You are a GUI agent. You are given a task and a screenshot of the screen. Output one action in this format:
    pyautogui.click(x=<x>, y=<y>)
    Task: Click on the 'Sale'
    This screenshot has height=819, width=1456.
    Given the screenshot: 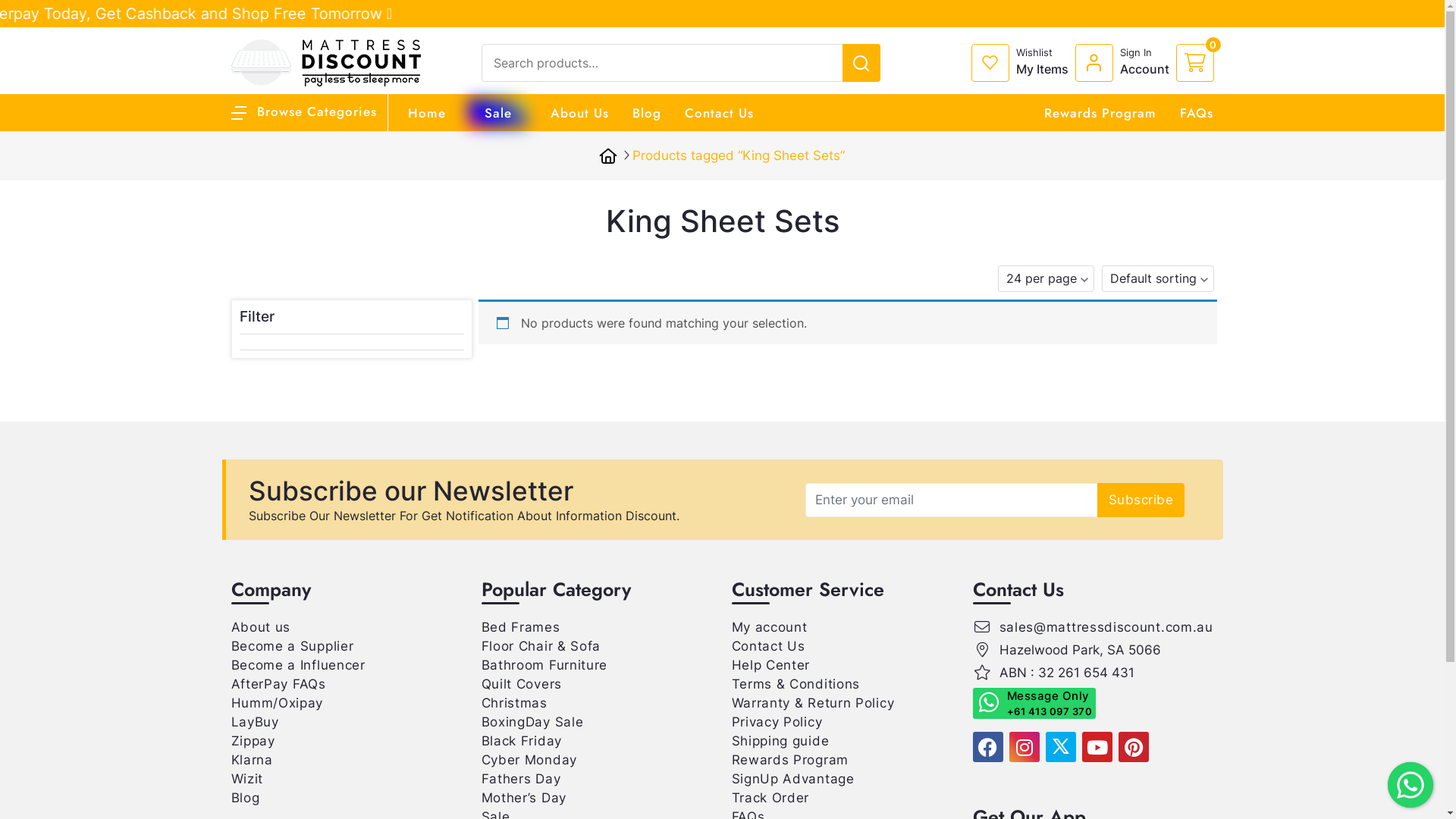 What is the action you would take?
    pyautogui.click(x=497, y=112)
    